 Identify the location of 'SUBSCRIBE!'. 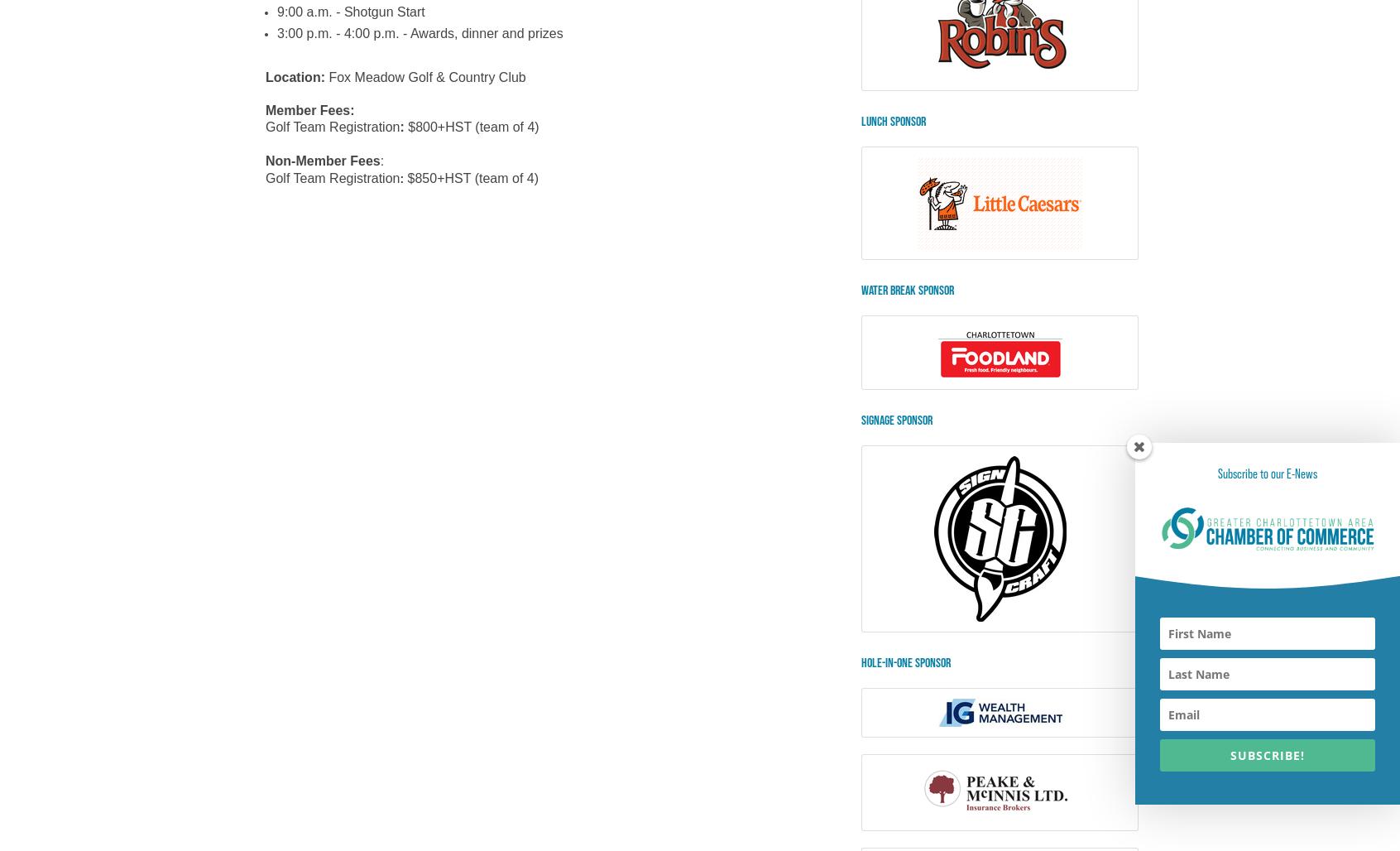
(1267, 755).